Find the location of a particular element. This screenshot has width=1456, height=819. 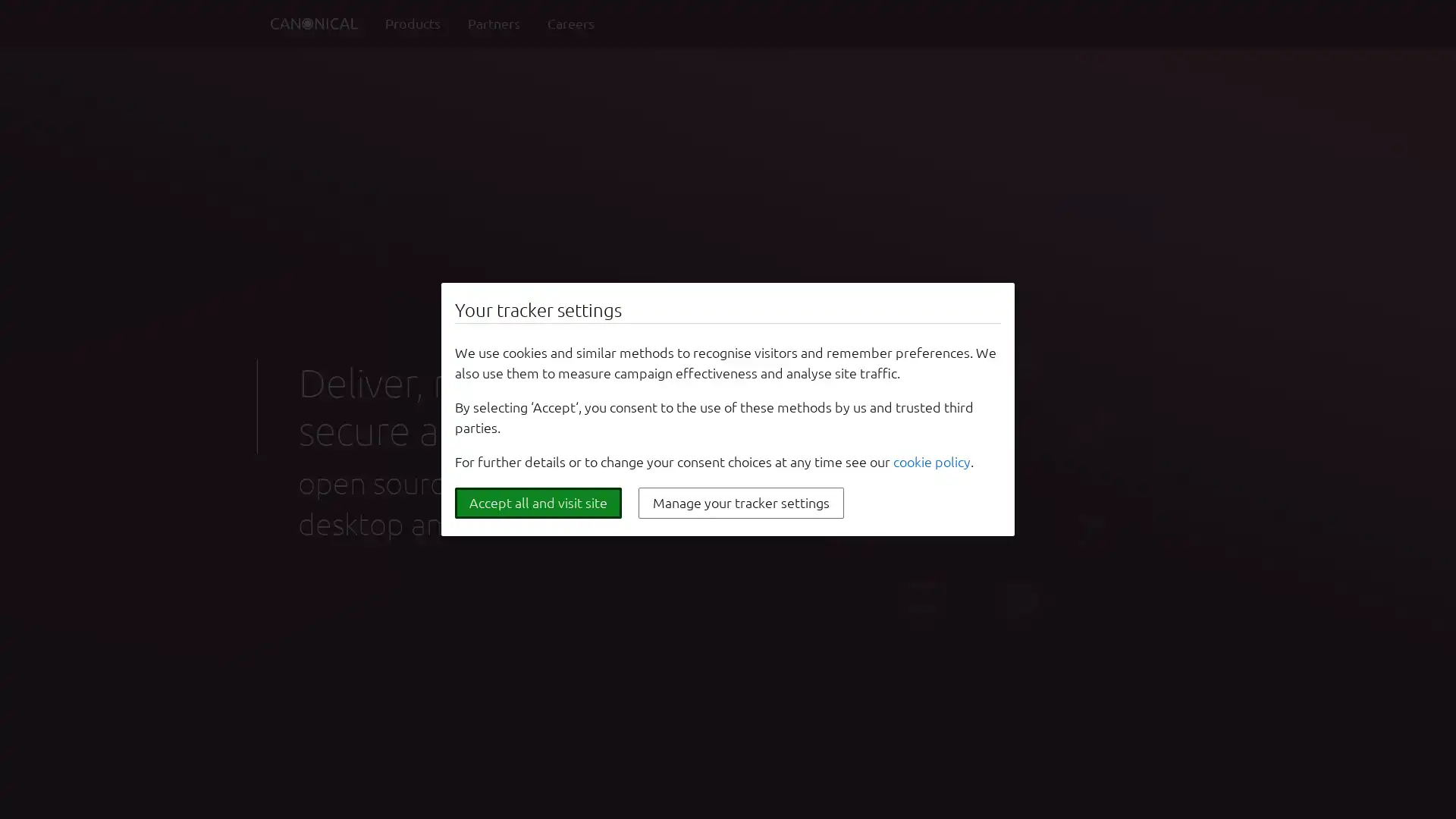

Accept all and visit site is located at coordinates (538, 503).